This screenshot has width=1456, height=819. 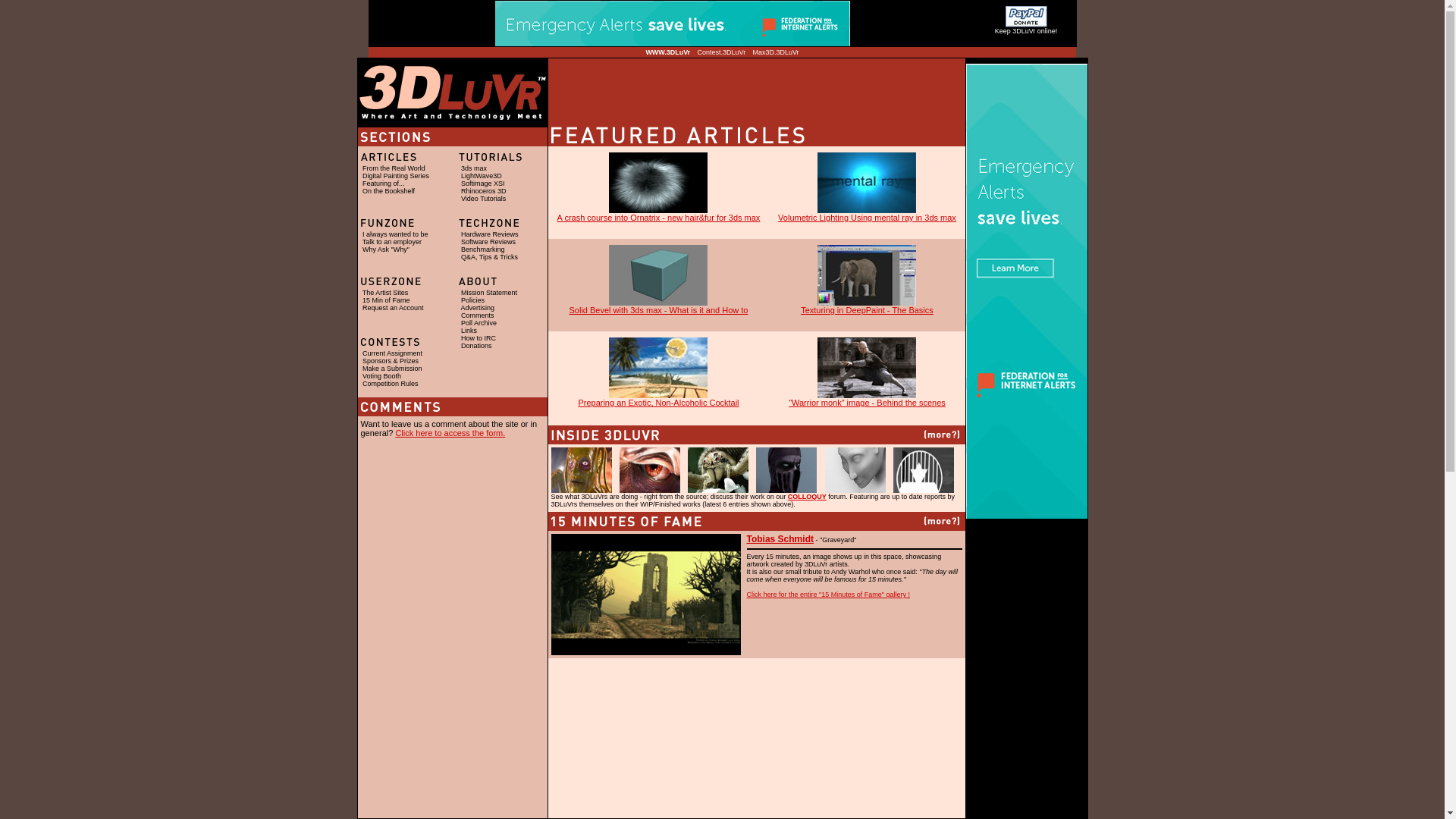 What do you see at coordinates (388, 190) in the screenshot?
I see `'On the Bookshelf'` at bounding box center [388, 190].